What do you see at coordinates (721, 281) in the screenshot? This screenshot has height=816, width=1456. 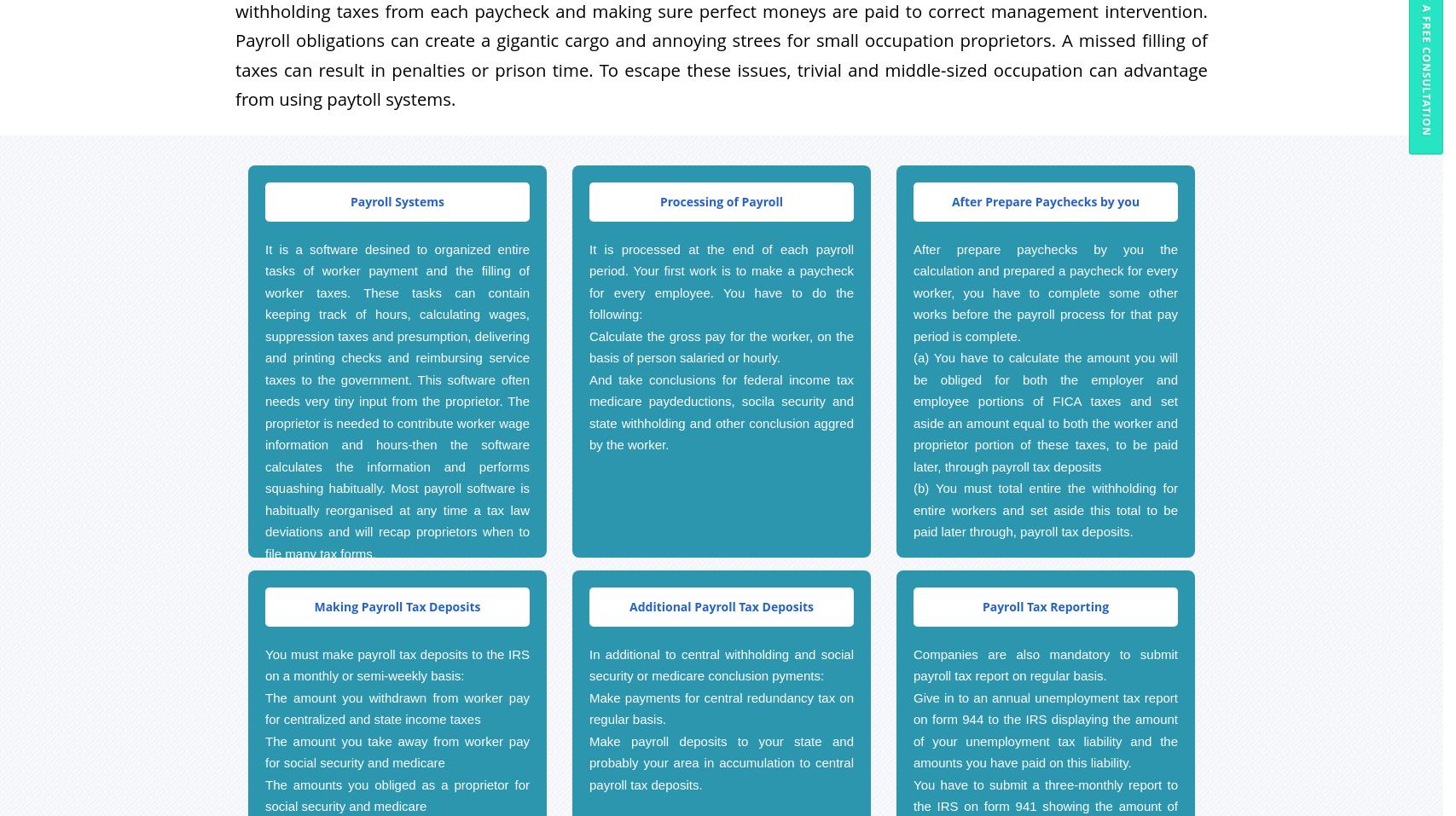 I see `'It is processed at the end of each payroll period. Your first work is to make a paycheck for every employee. You have to do the following:'` at bounding box center [721, 281].